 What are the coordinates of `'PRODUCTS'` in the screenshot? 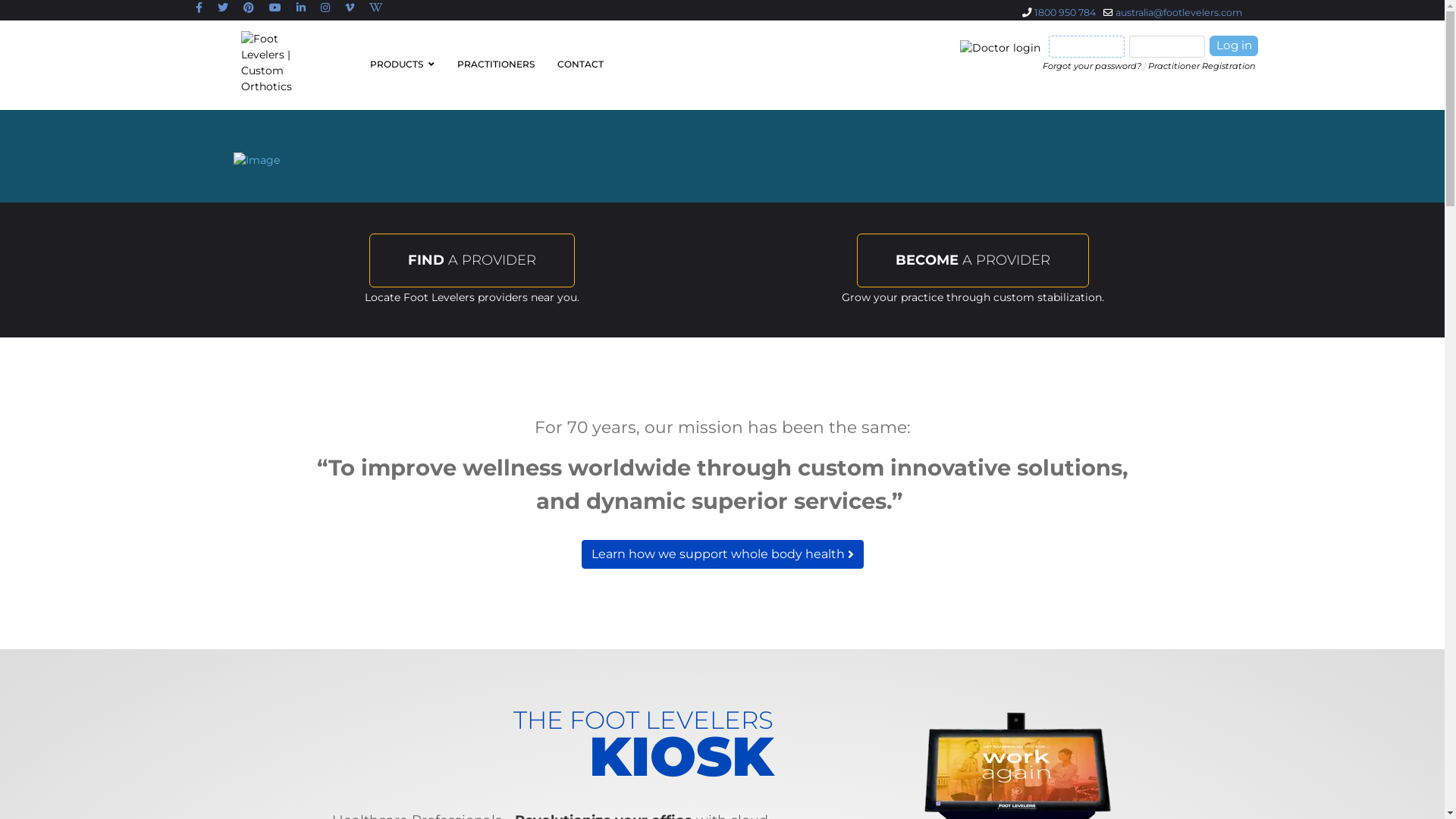 It's located at (401, 63).